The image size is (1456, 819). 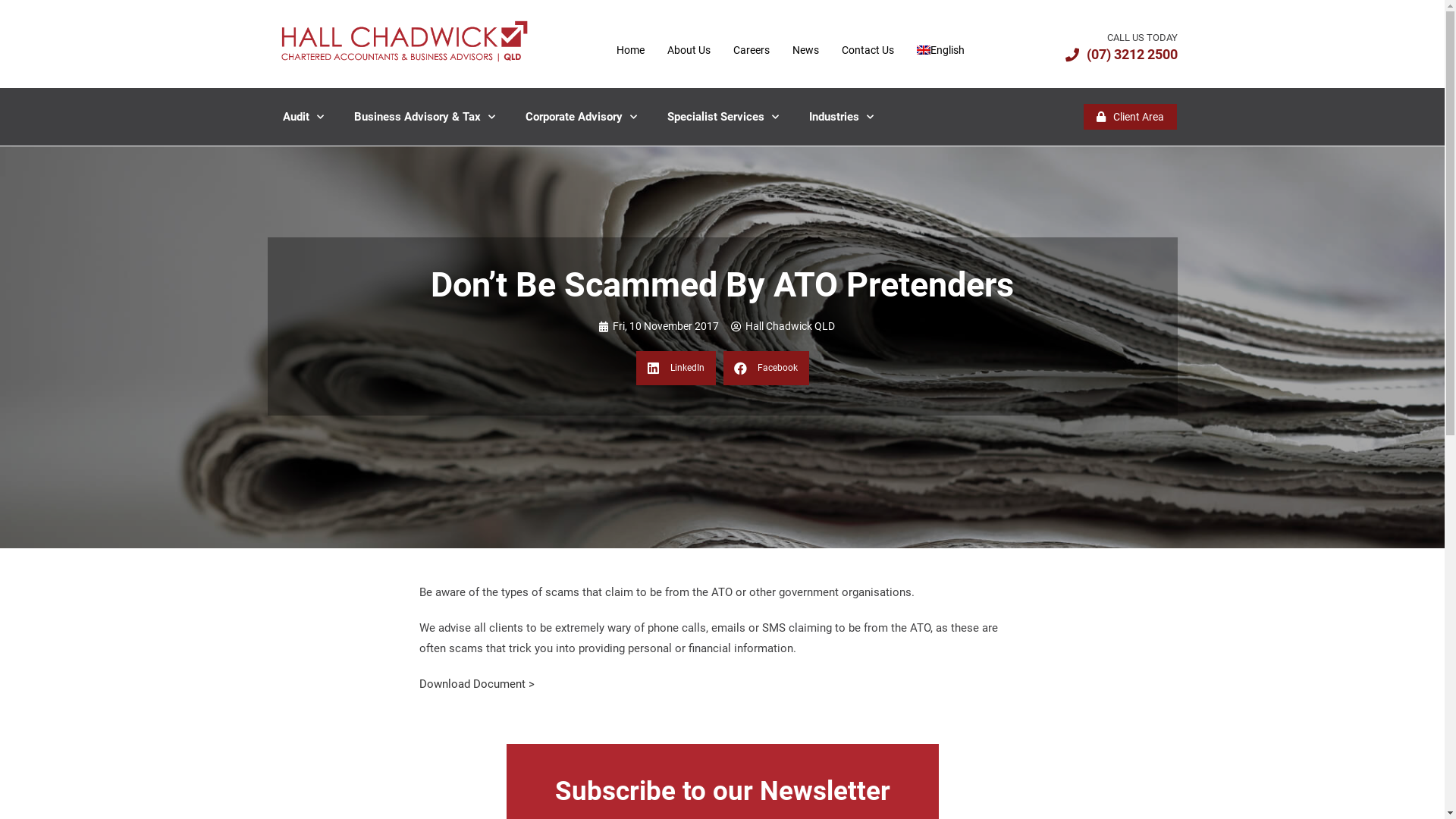 What do you see at coordinates (839, 116) in the screenshot?
I see `'Industries'` at bounding box center [839, 116].